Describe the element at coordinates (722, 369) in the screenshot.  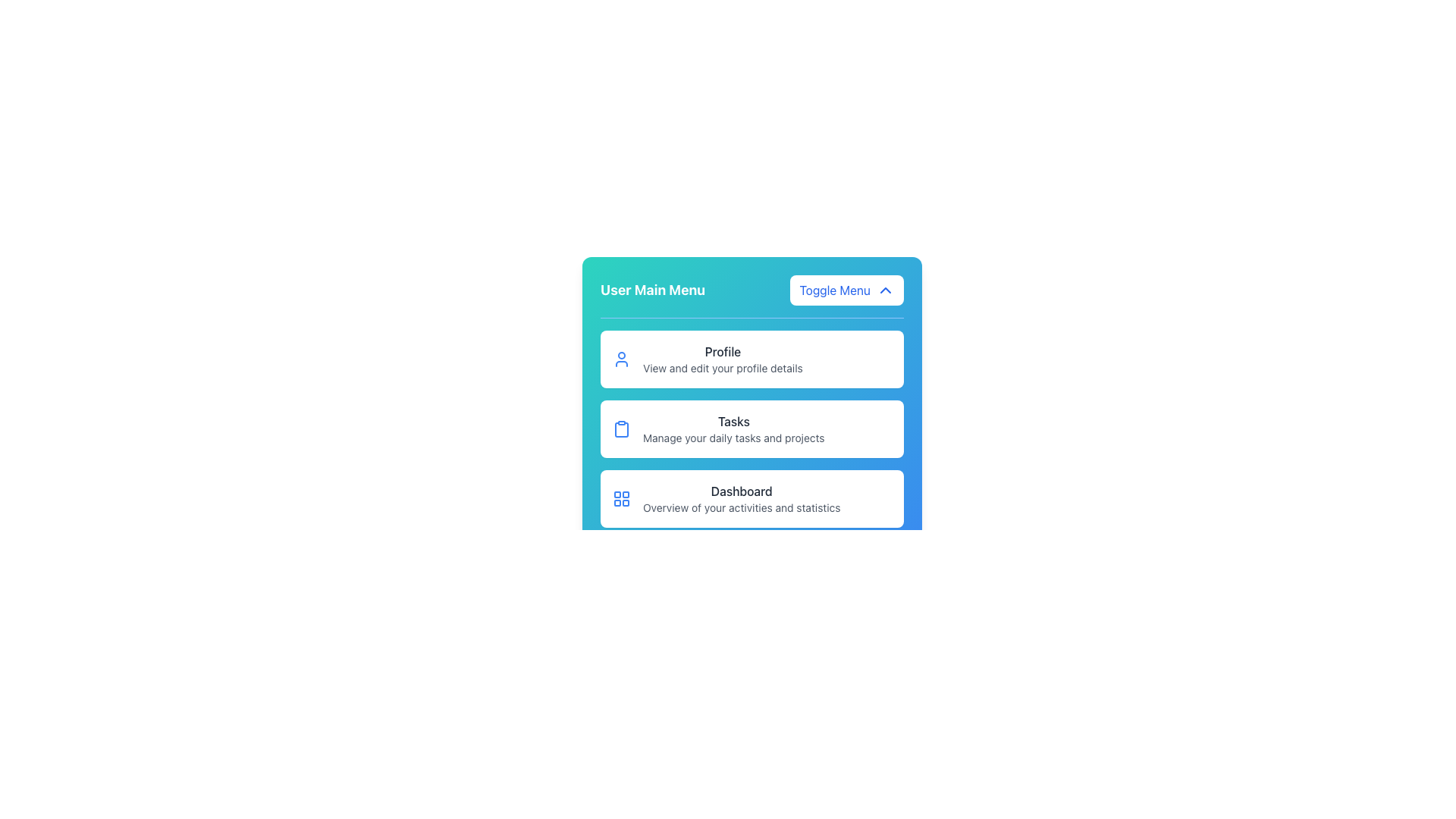
I see `the descriptive Text Label that provides information about the 'Profile' feature, positioned below the 'Profile' text within a vertical menu card` at that location.